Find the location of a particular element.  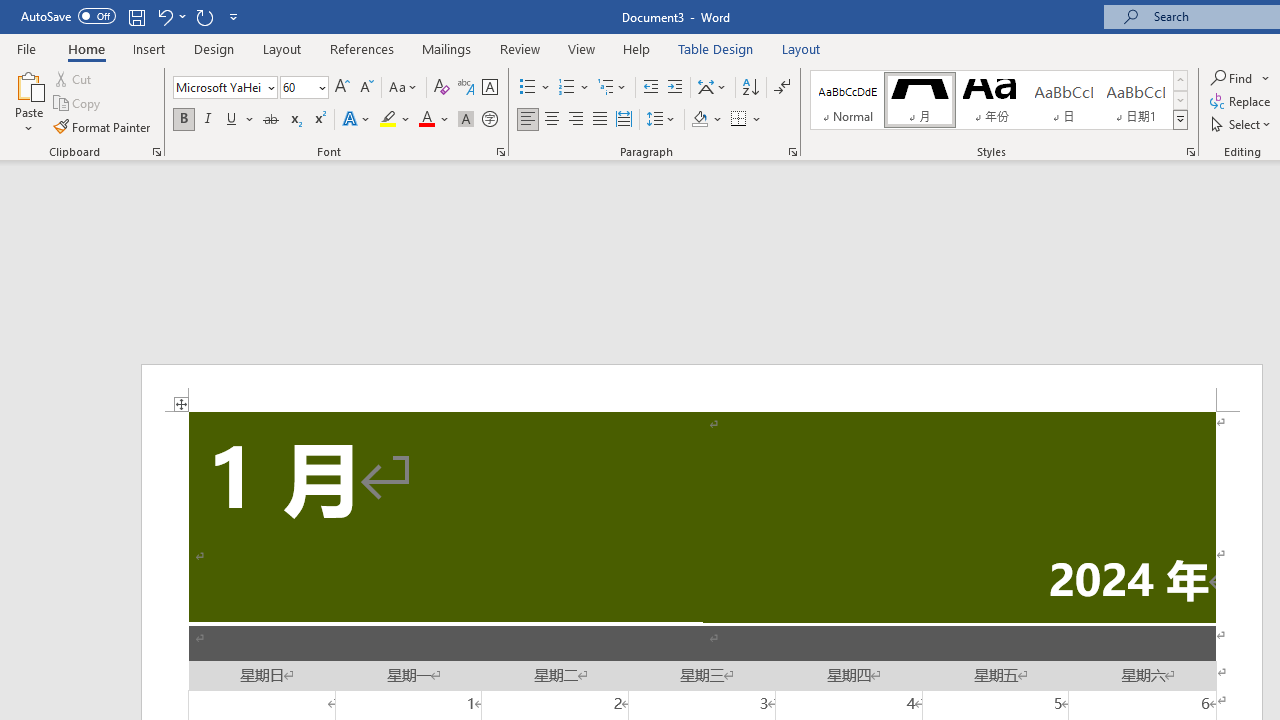

'Text Highlight Color Yellow' is located at coordinates (388, 119).